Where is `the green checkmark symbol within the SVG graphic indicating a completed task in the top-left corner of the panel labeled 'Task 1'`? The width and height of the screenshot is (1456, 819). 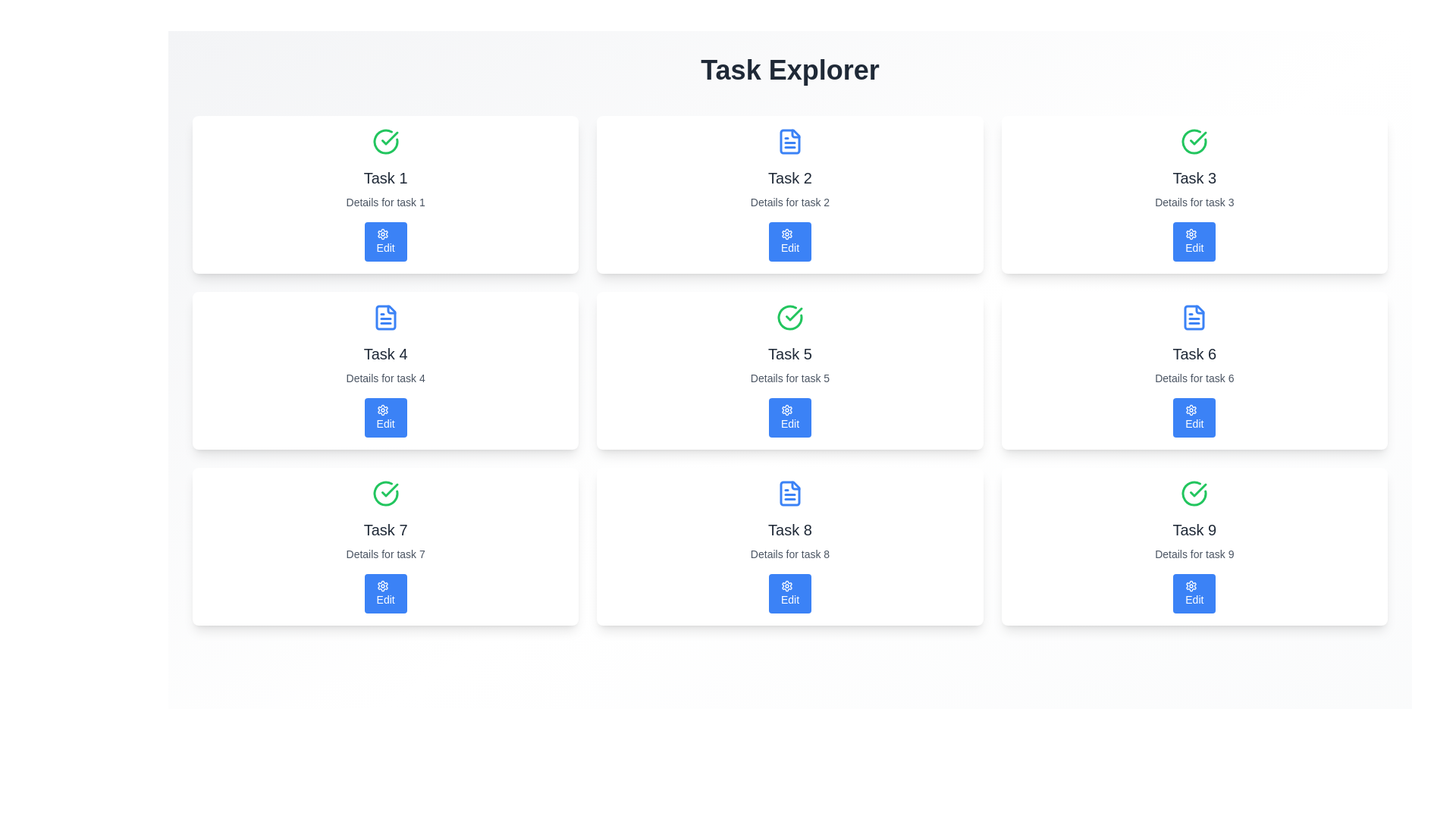
the green checkmark symbol within the SVG graphic indicating a completed task in the top-left corner of the panel labeled 'Task 1' is located at coordinates (389, 490).